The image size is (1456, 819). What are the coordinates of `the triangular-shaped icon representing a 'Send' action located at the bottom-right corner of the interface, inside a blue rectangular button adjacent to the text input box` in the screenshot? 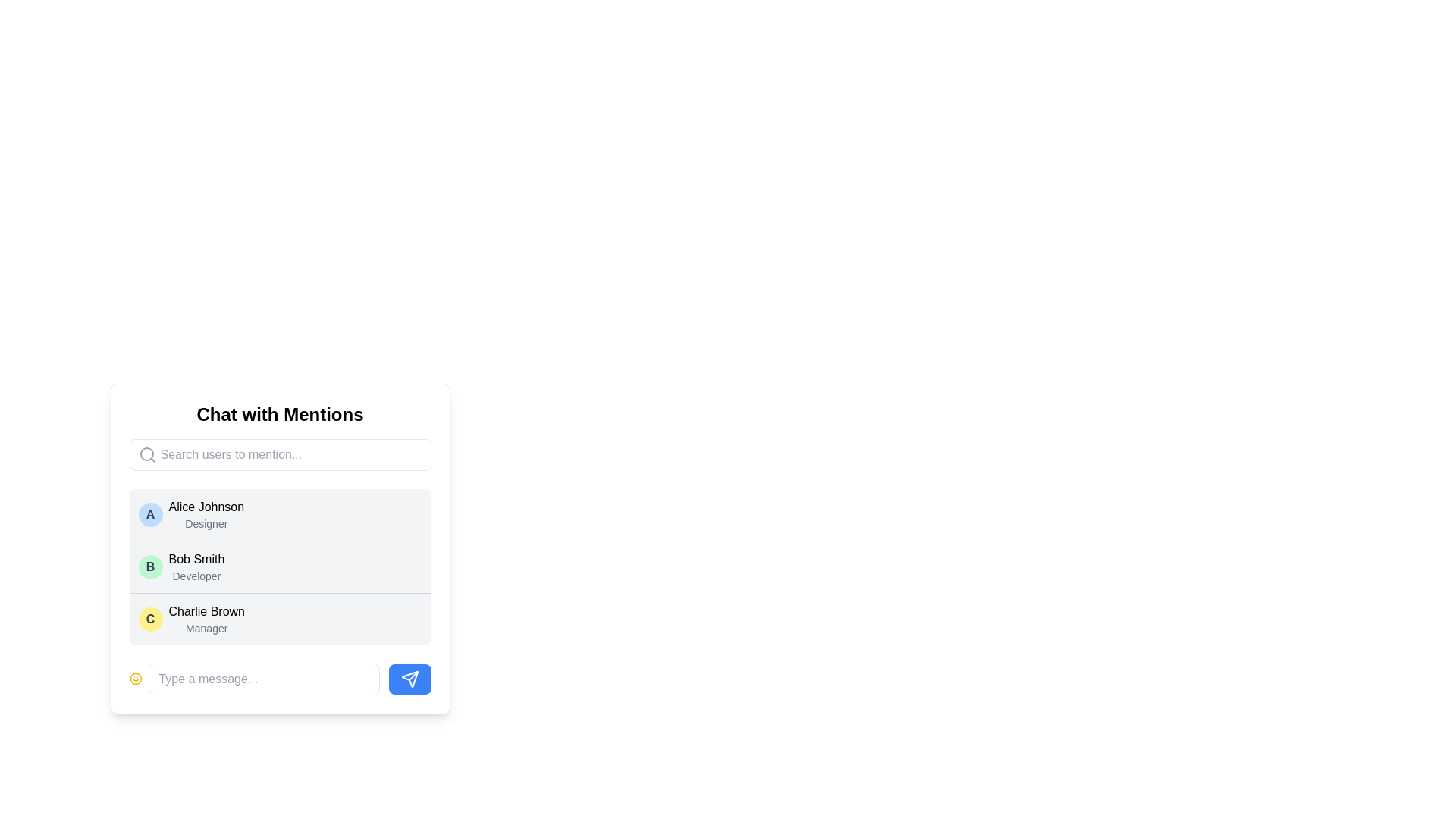 It's located at (409, 678).